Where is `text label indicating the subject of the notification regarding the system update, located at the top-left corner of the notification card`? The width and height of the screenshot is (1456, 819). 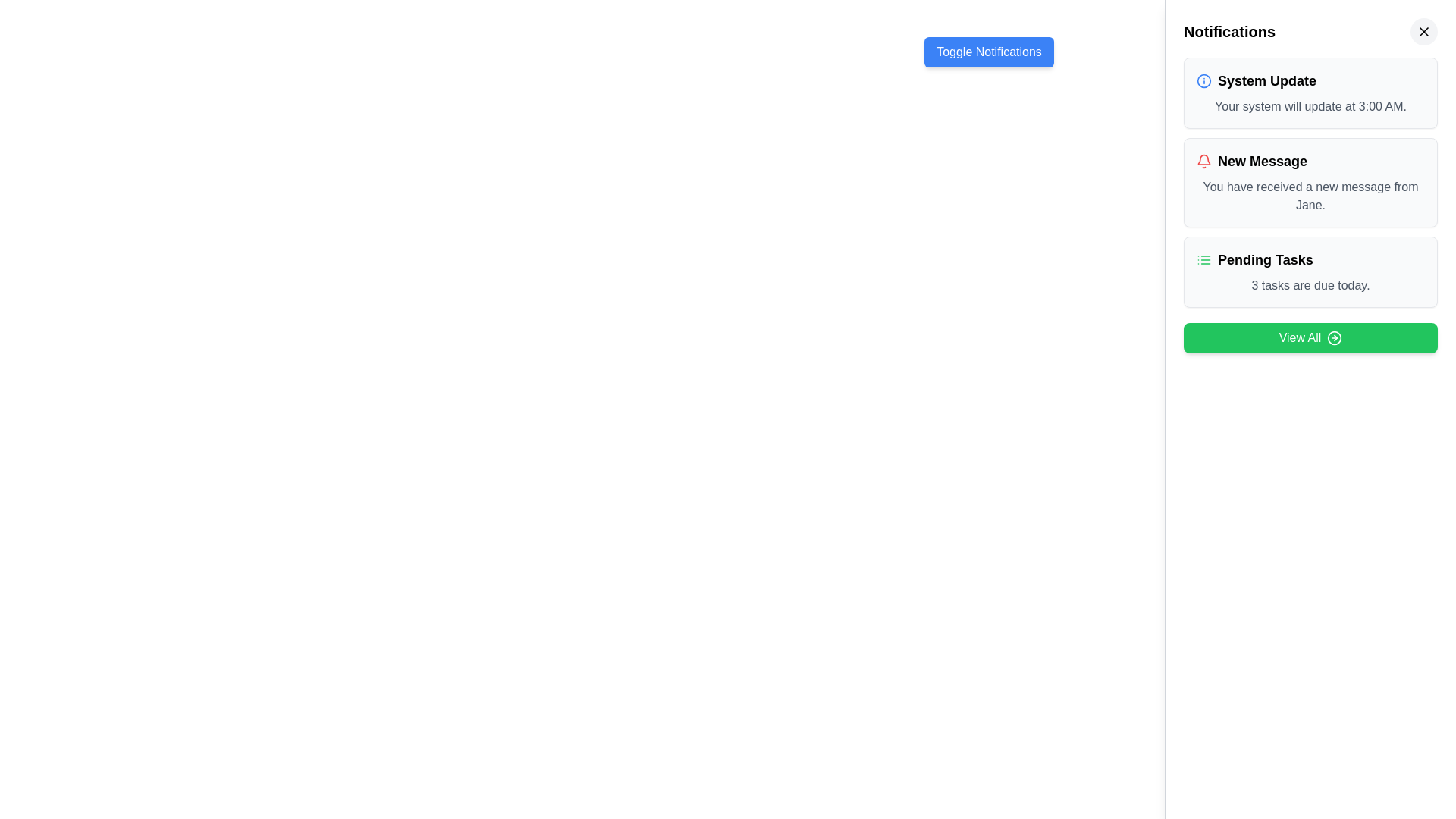 text label indicating the subject of the notification regarding the system update, located at the top-left corner of the notification card is located at coordinates (1310, 81).